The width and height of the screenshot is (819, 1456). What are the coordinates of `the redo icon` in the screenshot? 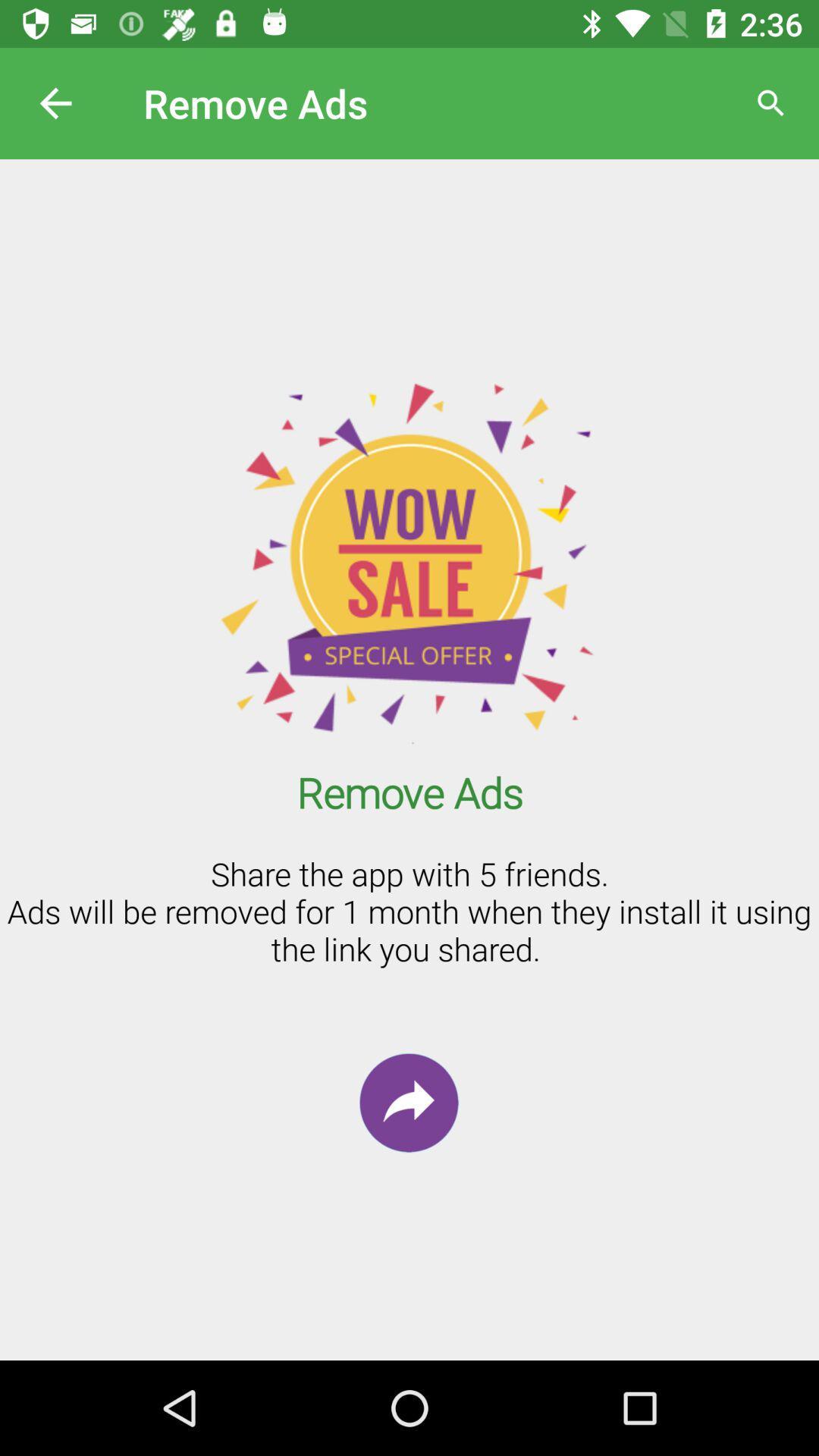 It's located at (408, 1103).